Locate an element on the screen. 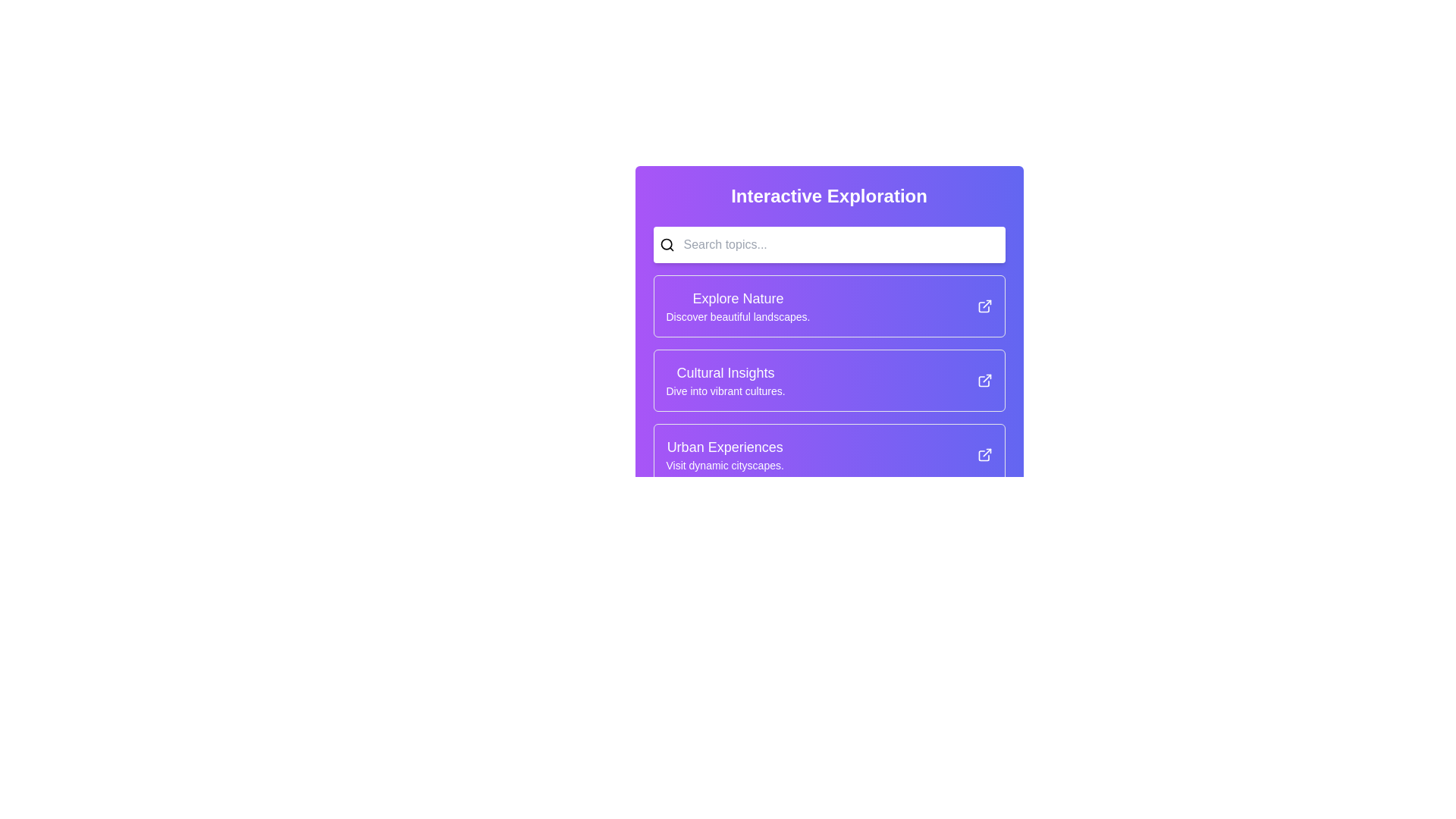 Image resolution: width=1456 pixels, height=819 pixels. the descriptive text element related to the 'Urban Experiences' section, which is positioned below the title text 'Urban Experiences.' is located at coordinates (724, 464).